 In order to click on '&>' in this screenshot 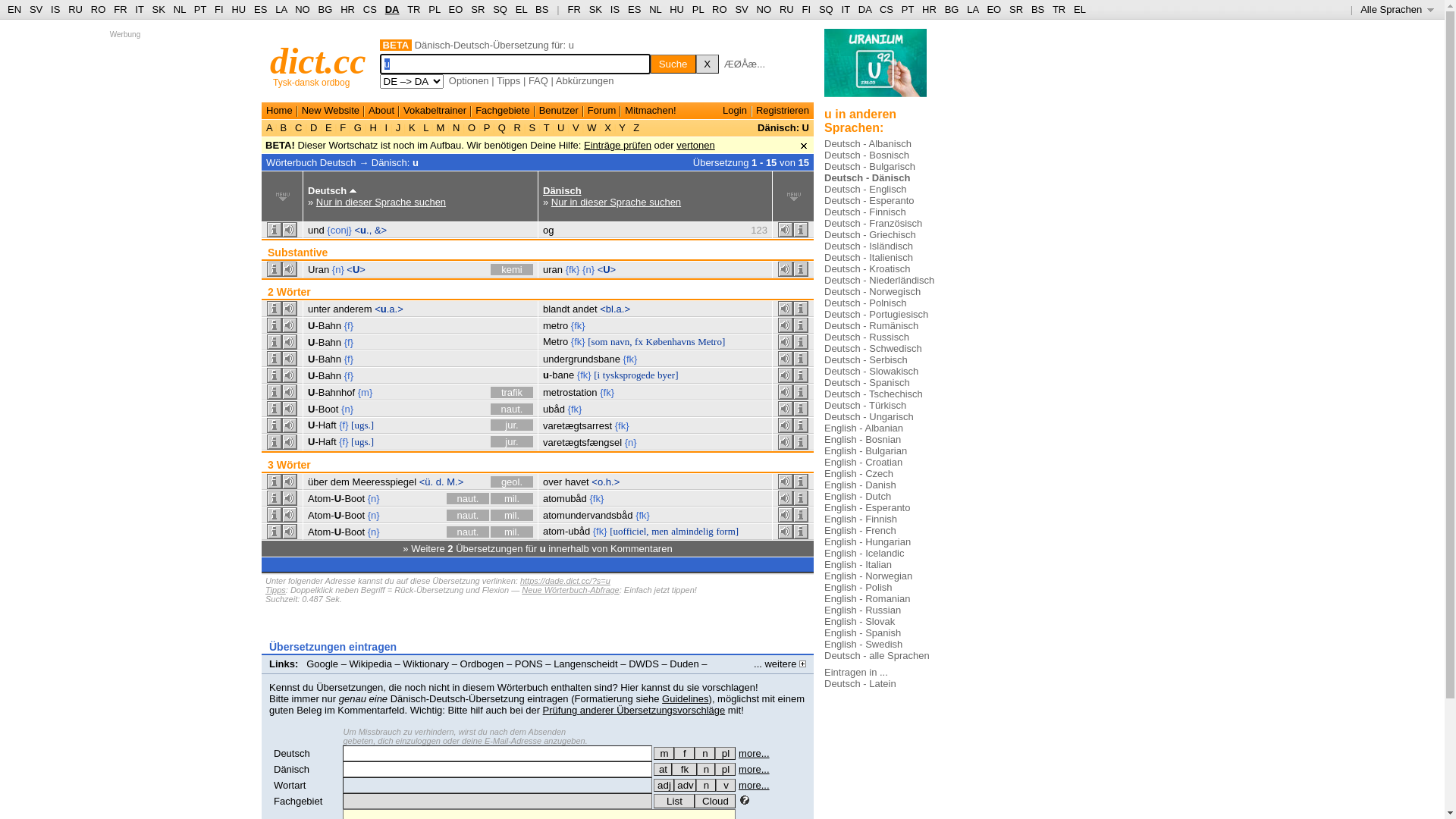, I will do `click(381, 230)`.